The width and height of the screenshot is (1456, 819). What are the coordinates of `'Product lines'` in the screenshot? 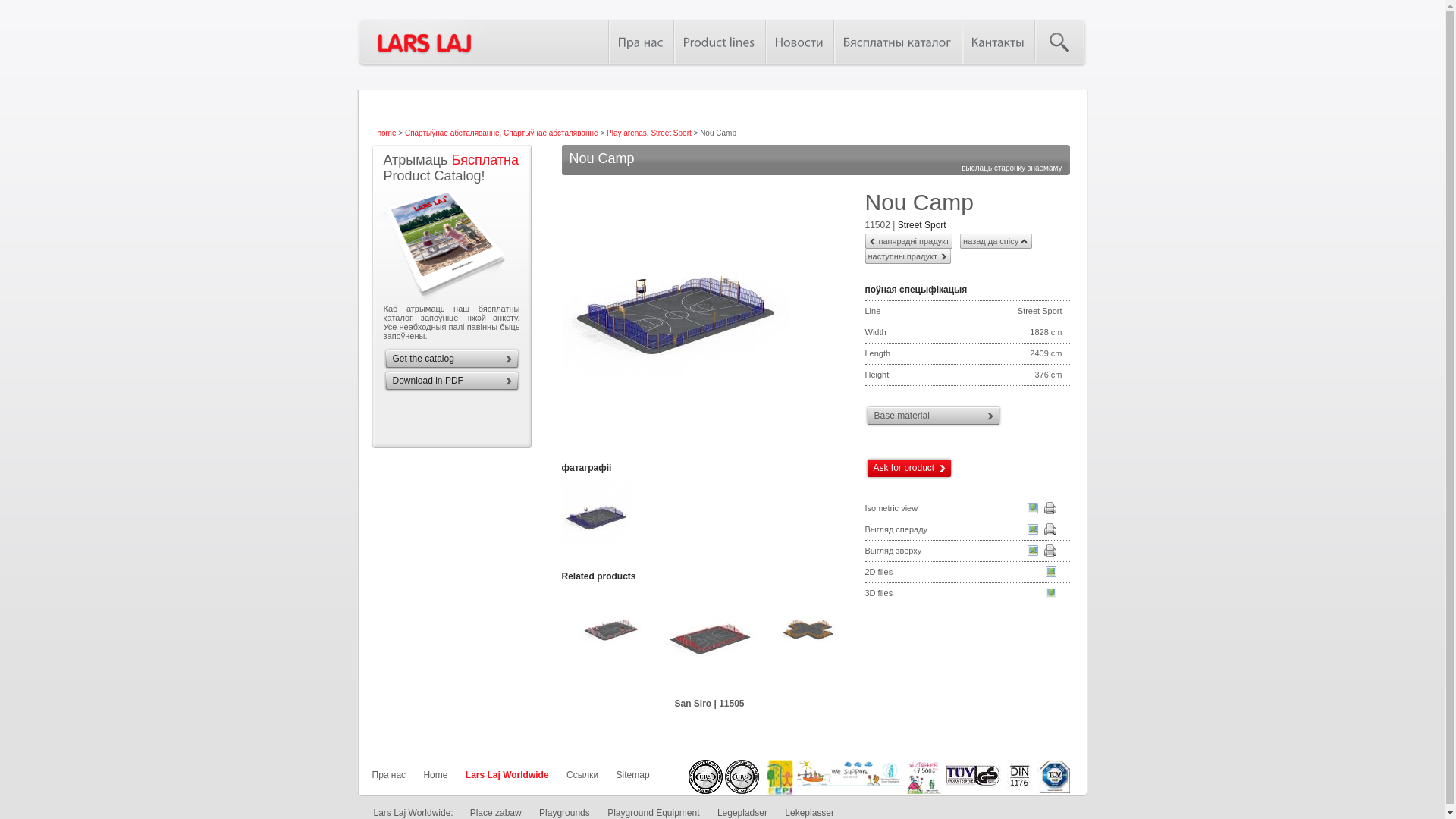 It's located at (718, 40).